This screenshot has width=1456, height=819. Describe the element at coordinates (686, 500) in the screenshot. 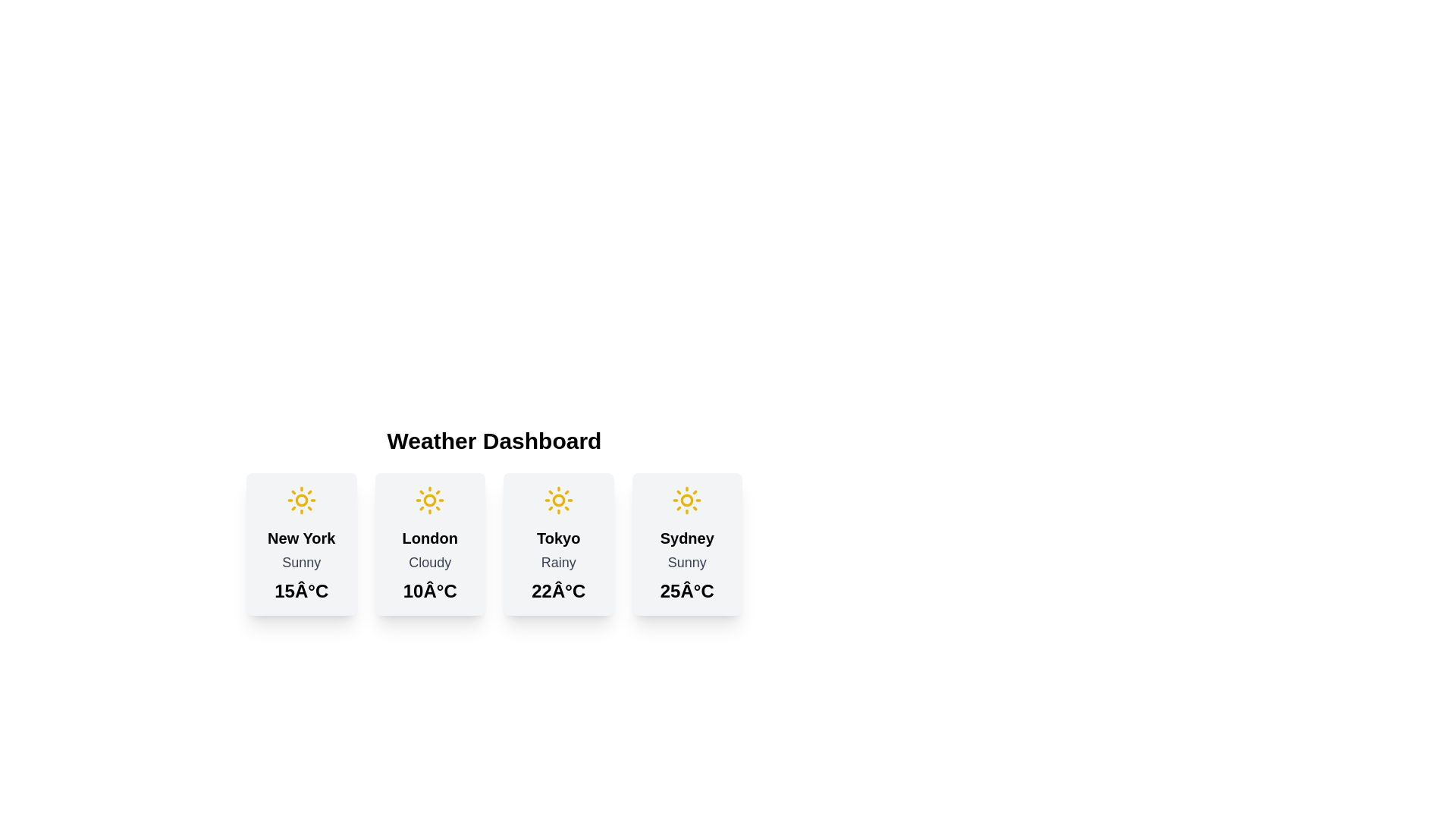

I see `the decorative sun icon representing sunny weather conditions located at the center of the top icon within the 'Sydney' weather card, which is the fourth card from the left in the Weather Dashboard` at that location.